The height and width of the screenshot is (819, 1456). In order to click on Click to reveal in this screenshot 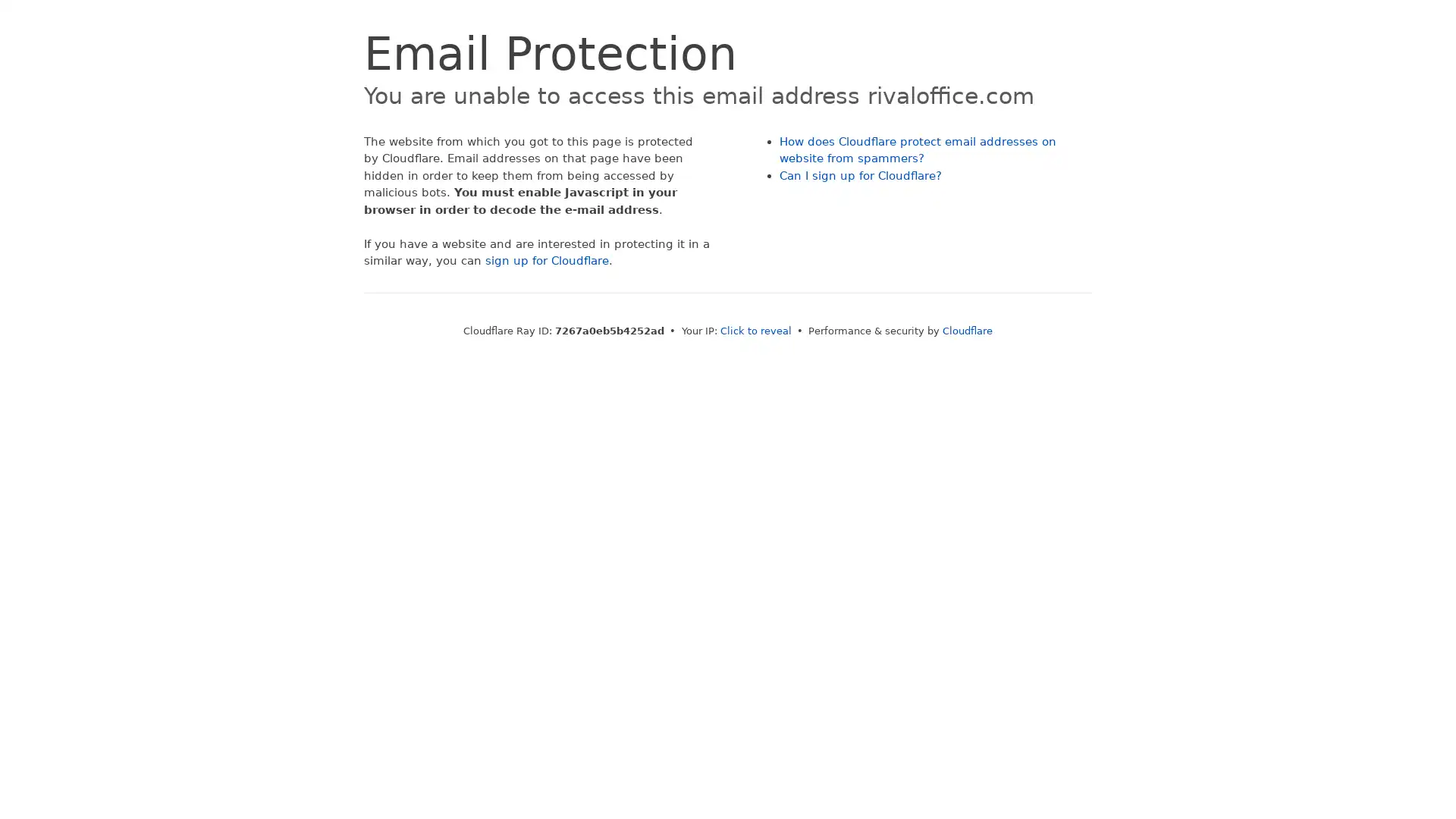, I will do `click(755, 329)`.